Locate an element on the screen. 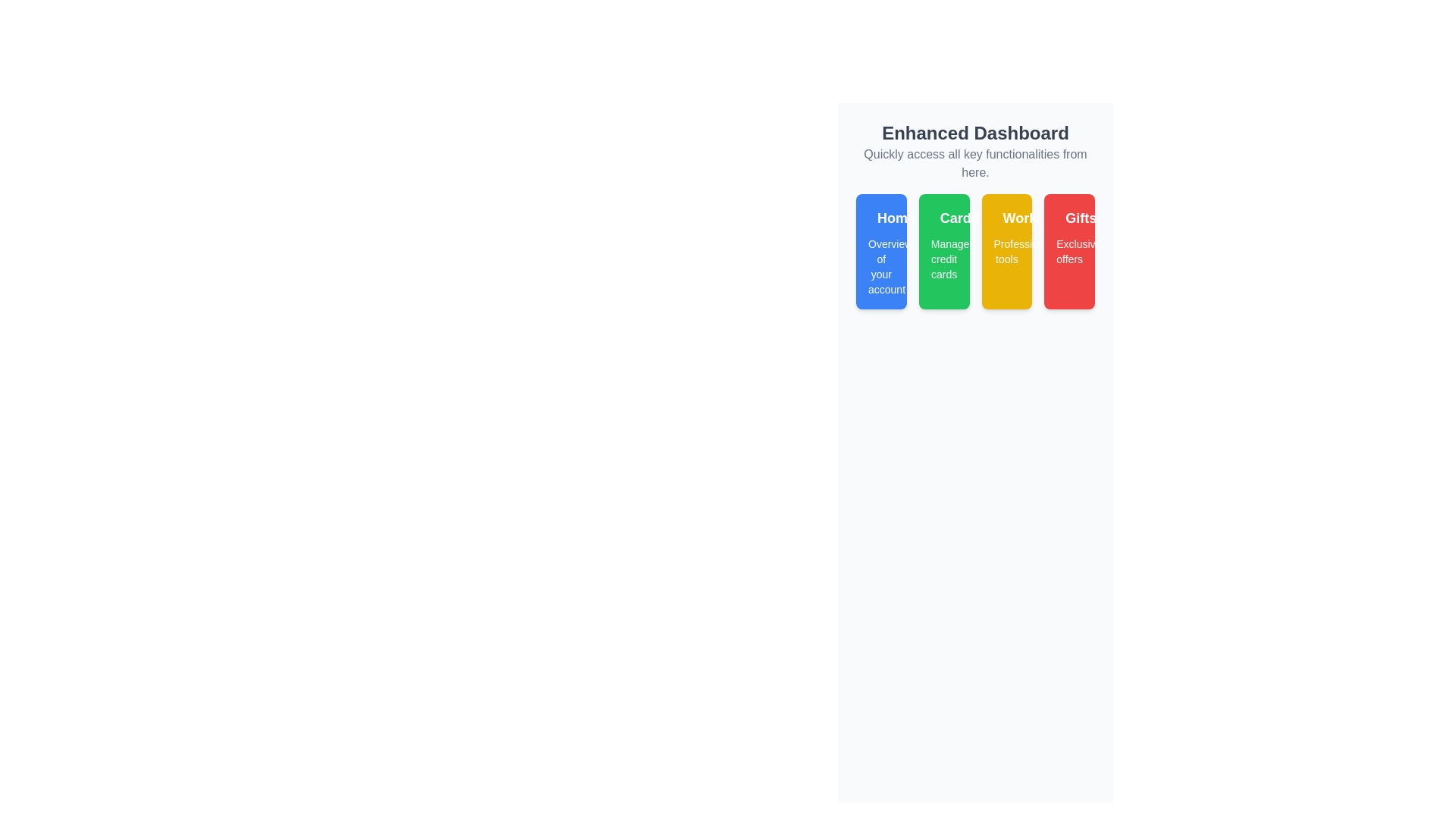  description of the Text Block displaying 'Enhanced Dashboard' and its functionalities is located at coordinates (975, 152).